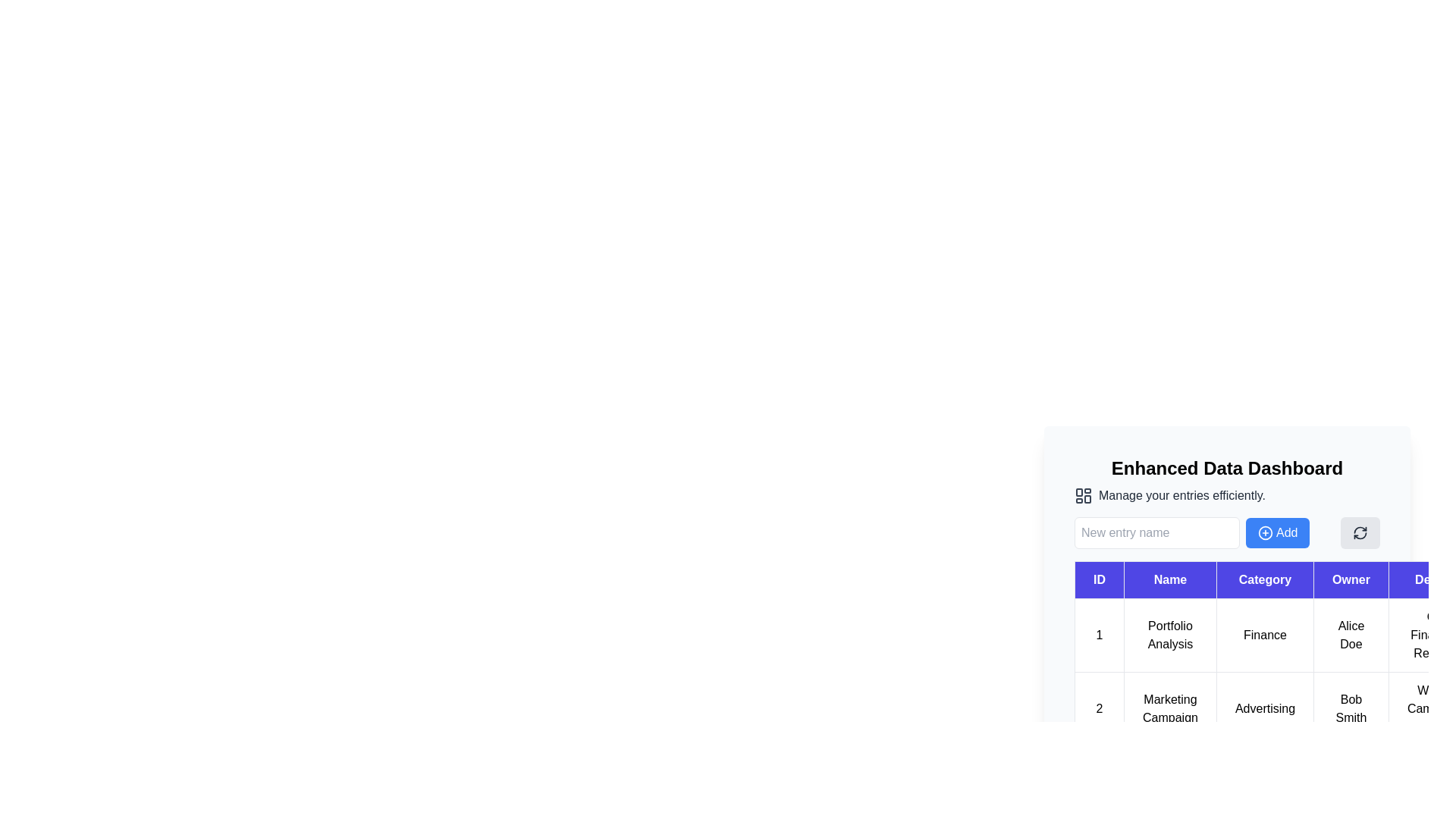  I want to click on the Table Header Cell displaying 'Category' with a purple background and white text, which is the third cell in the header row of the table, so click(1265, 579).